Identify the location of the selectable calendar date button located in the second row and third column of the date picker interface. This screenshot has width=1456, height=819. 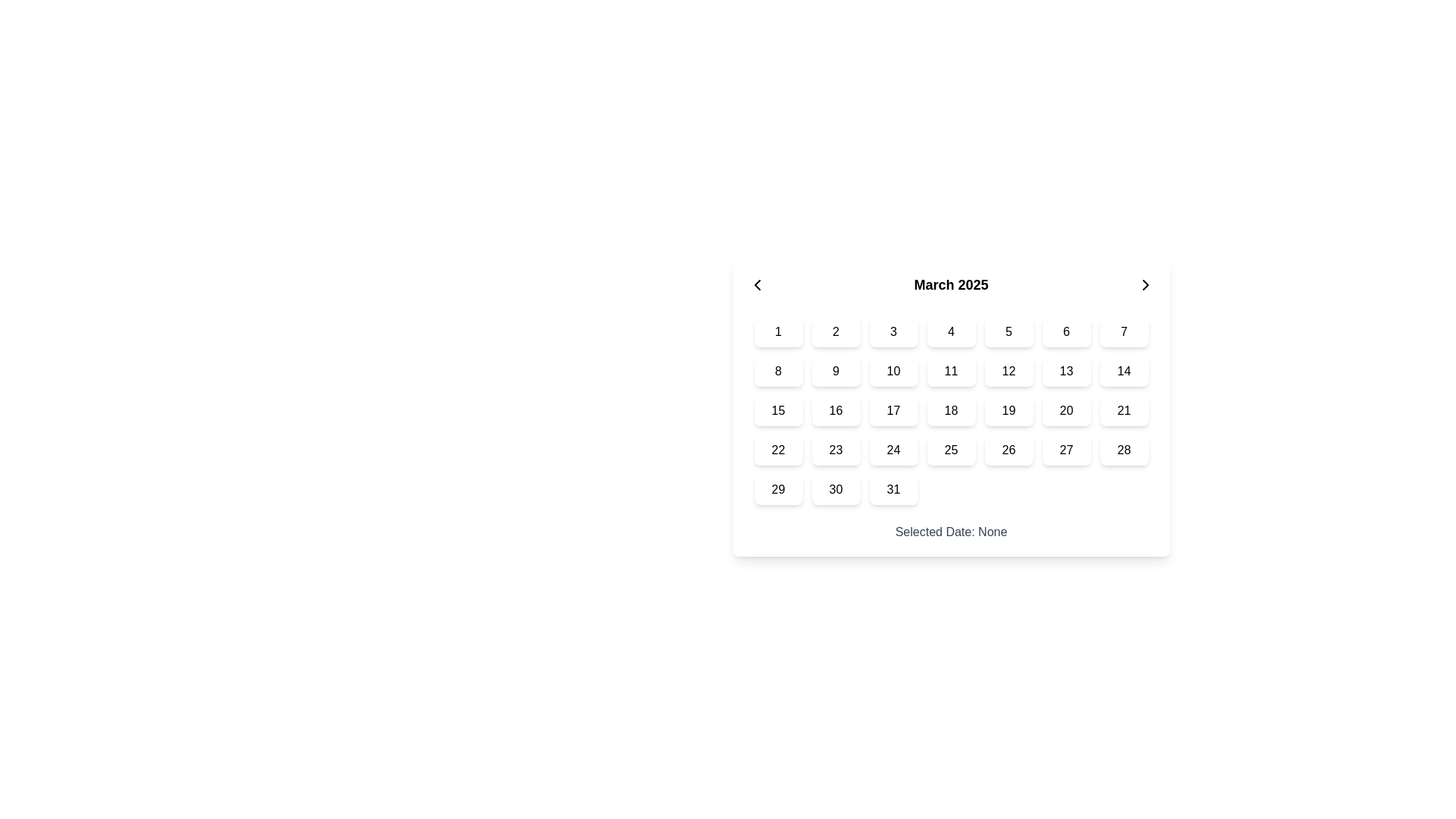
(893, 371).